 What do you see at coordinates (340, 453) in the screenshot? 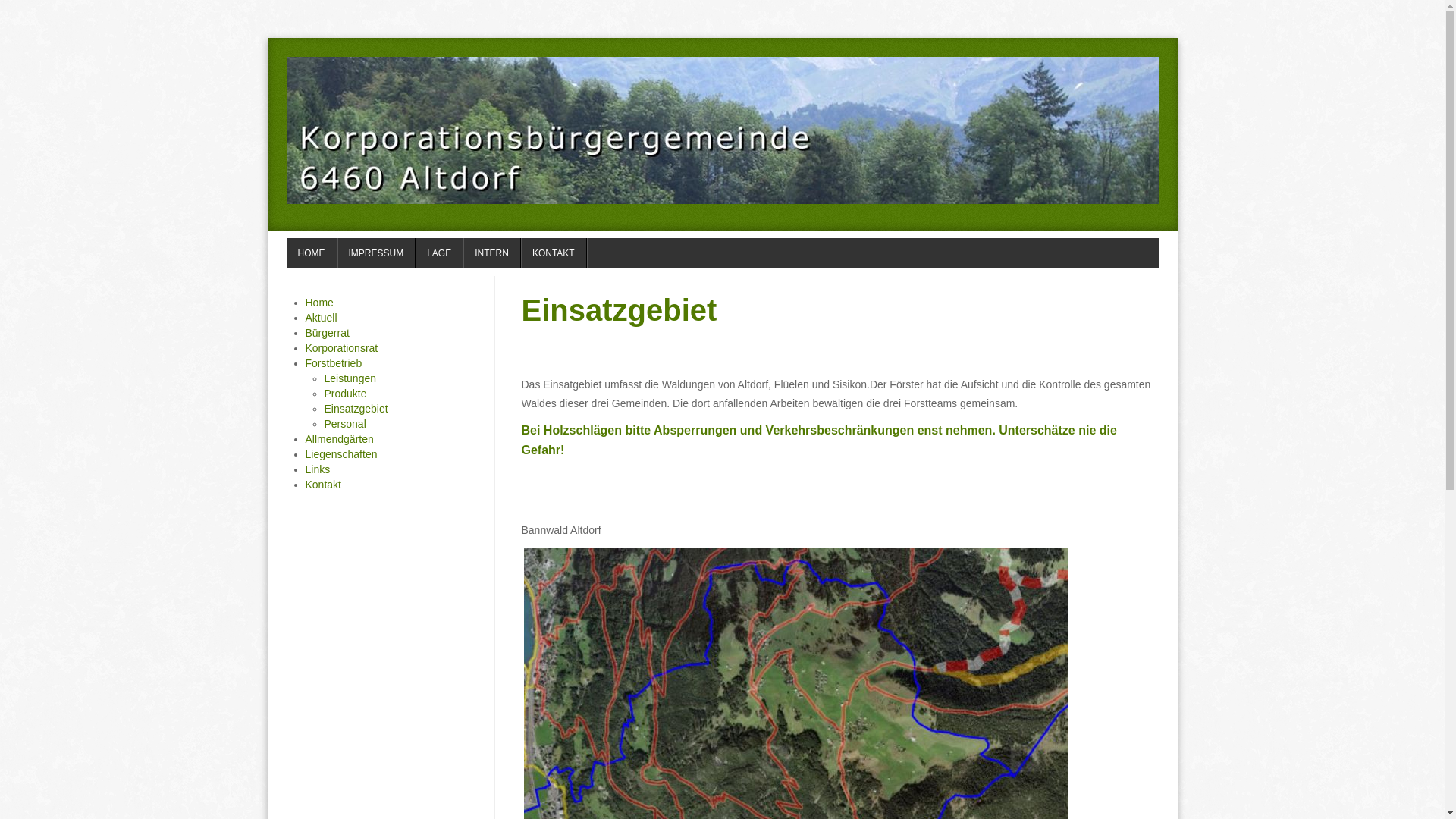
I see `'Liegenschaften'` at bounding box center [340, 453].